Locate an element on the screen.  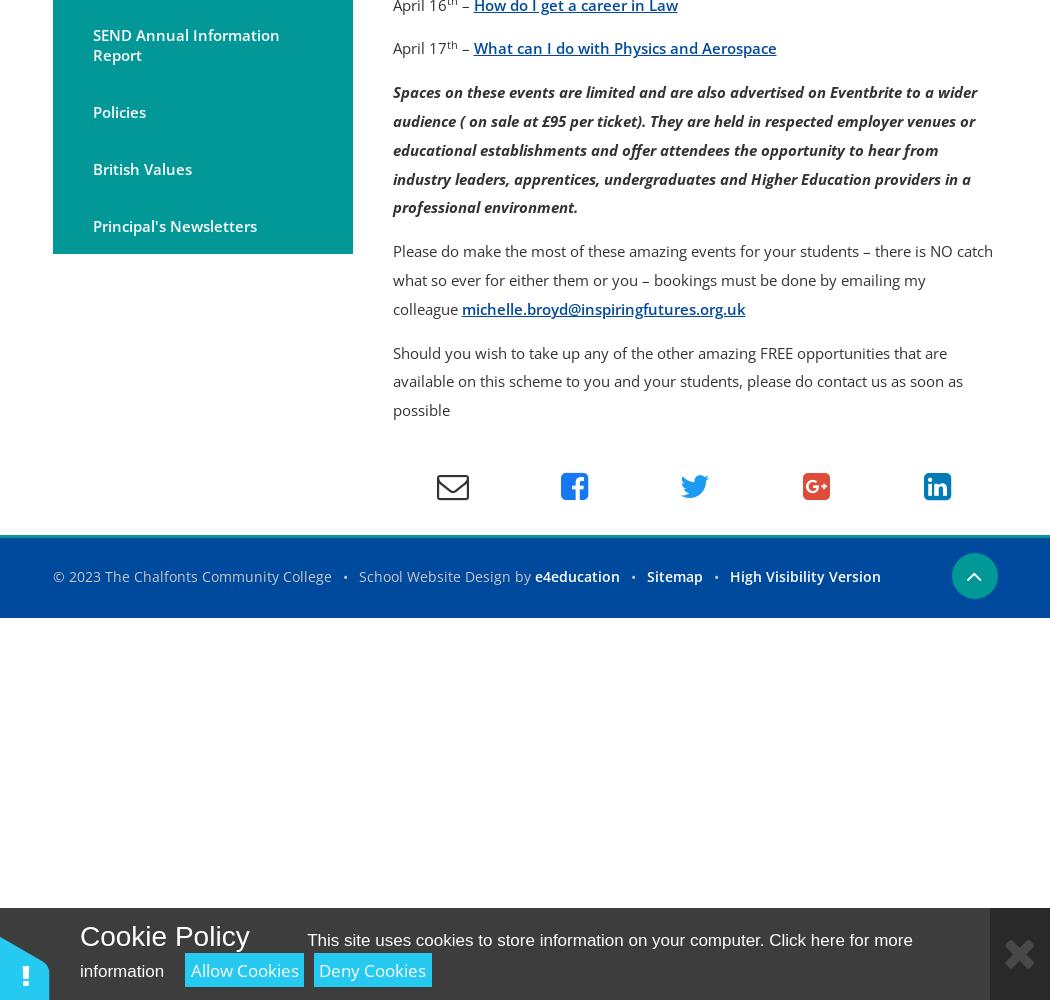
'April 17' is located at coordinates (417, 48).